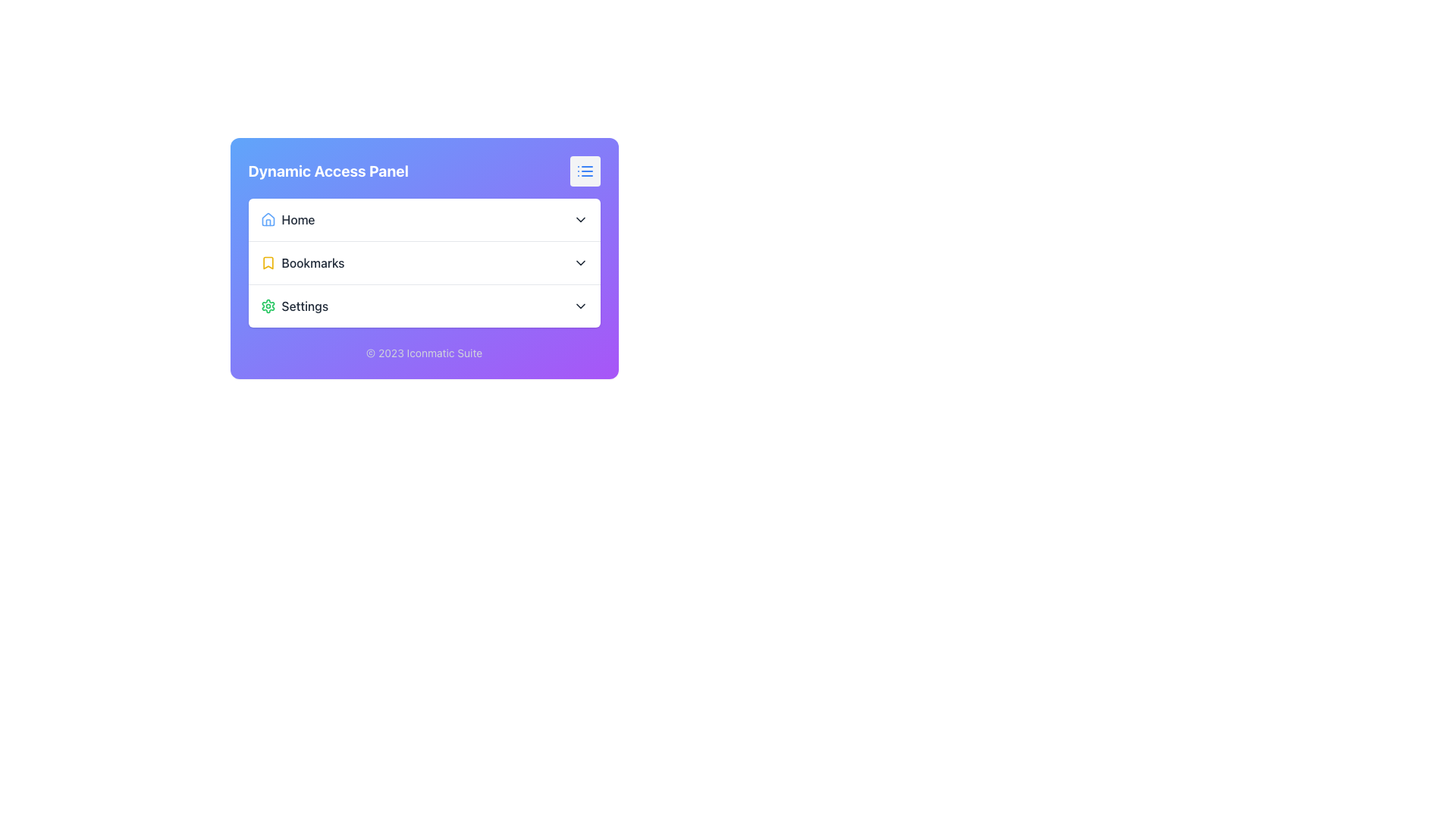 The width and height of the screenshot is (1456, 819). Describe the element at coordinates (268, 306) in the screenshot. I see `the inner component of the gear-shaped icon located at the bottom of the list, which is typically associated with settings or configuration` at that location.